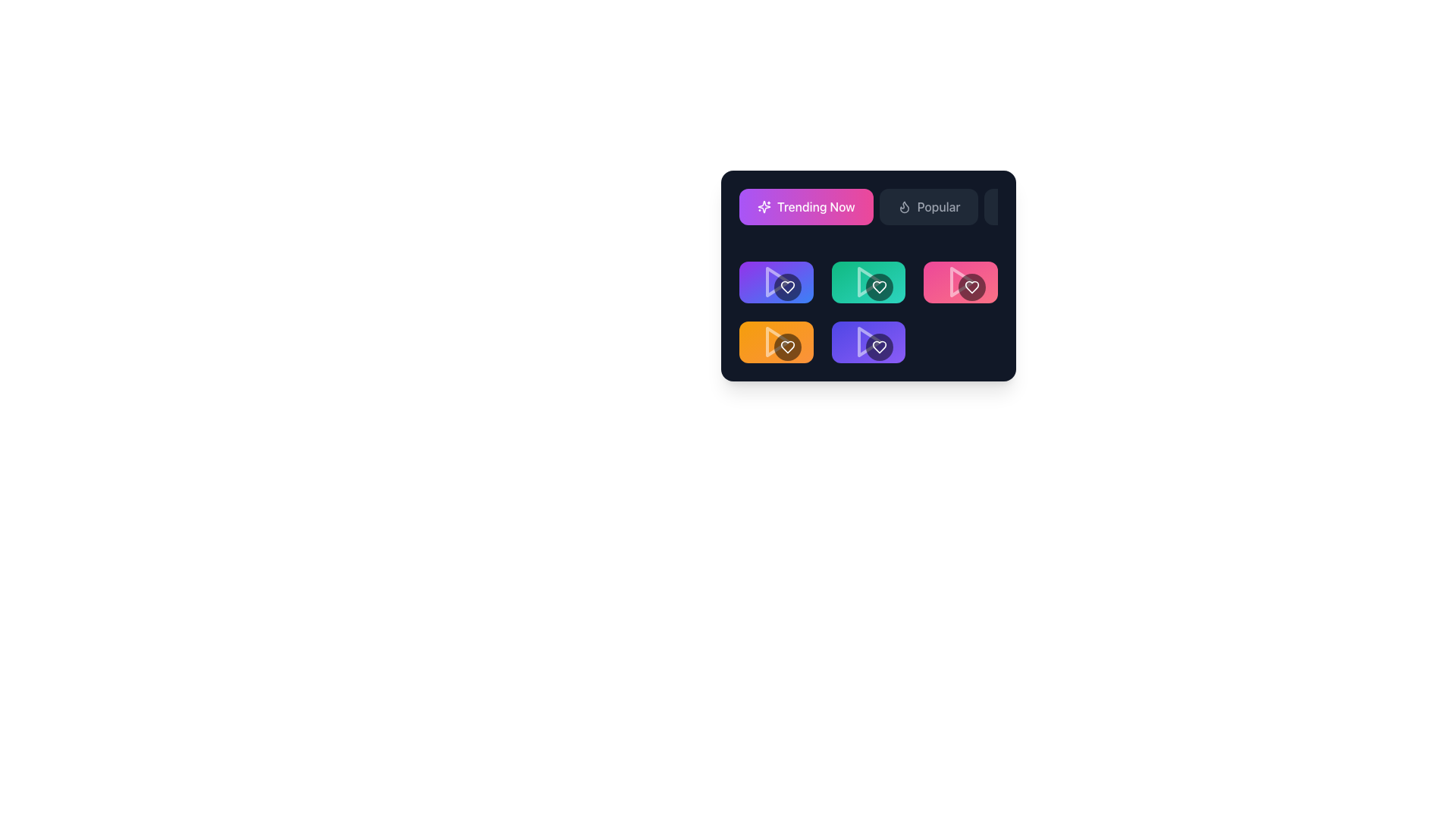  What do you see at coordinates (776, 221) in the screenshot?
I see `the rectangular button with rounded corners that has a gradient background from purple to pink, featuring a star icon on the left and the text 'Trending Now' in white` at bounding box center [776, 221].